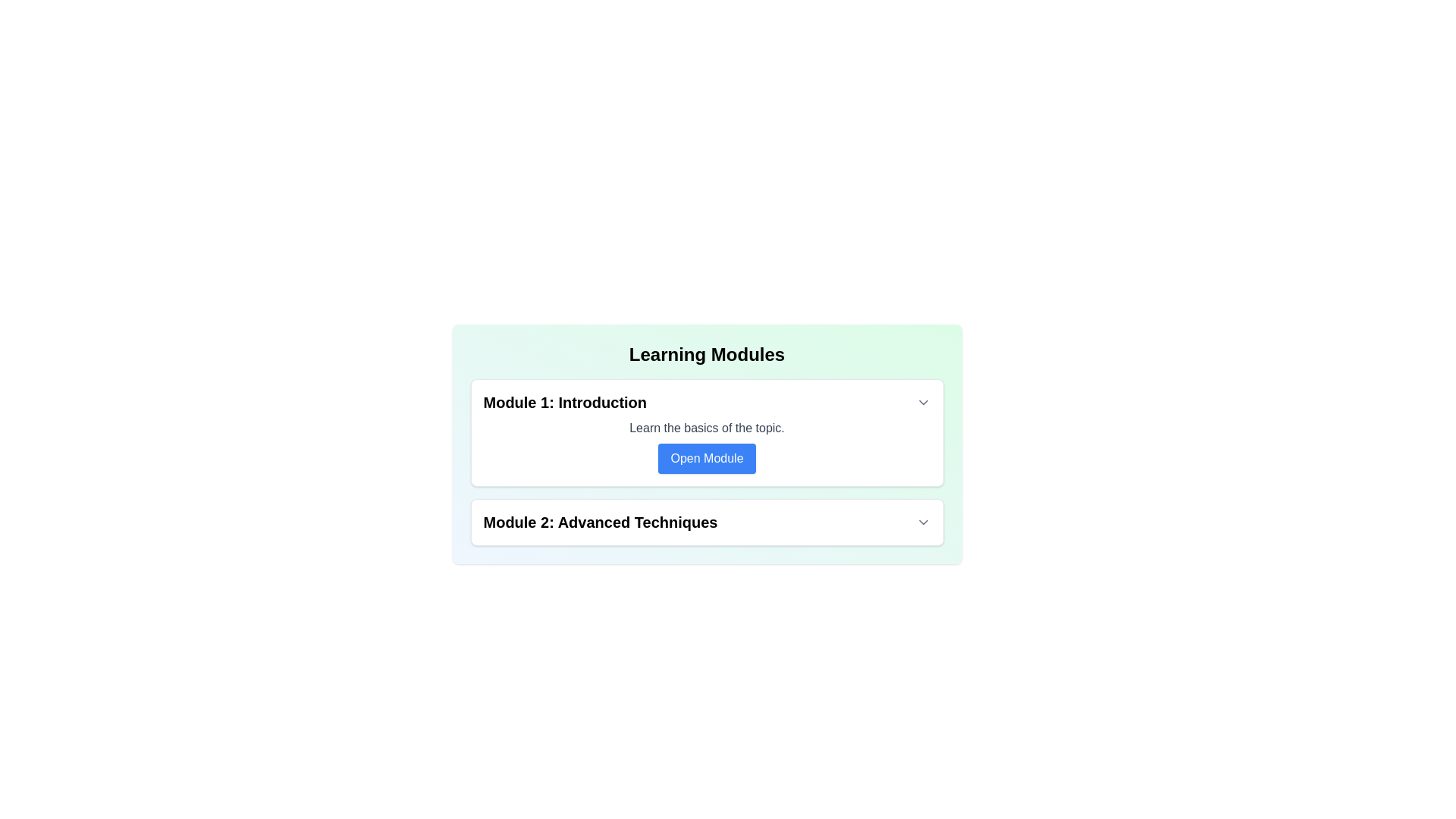 The image size is (1456, 819). What do you see at coordinates (922, 522) in the screenshot?
I see `the chevron-down icon button located at the rightmost end of the header for 'Module 2: Advanced Techniques' to change its appearance` at bounding box center [922, 522].